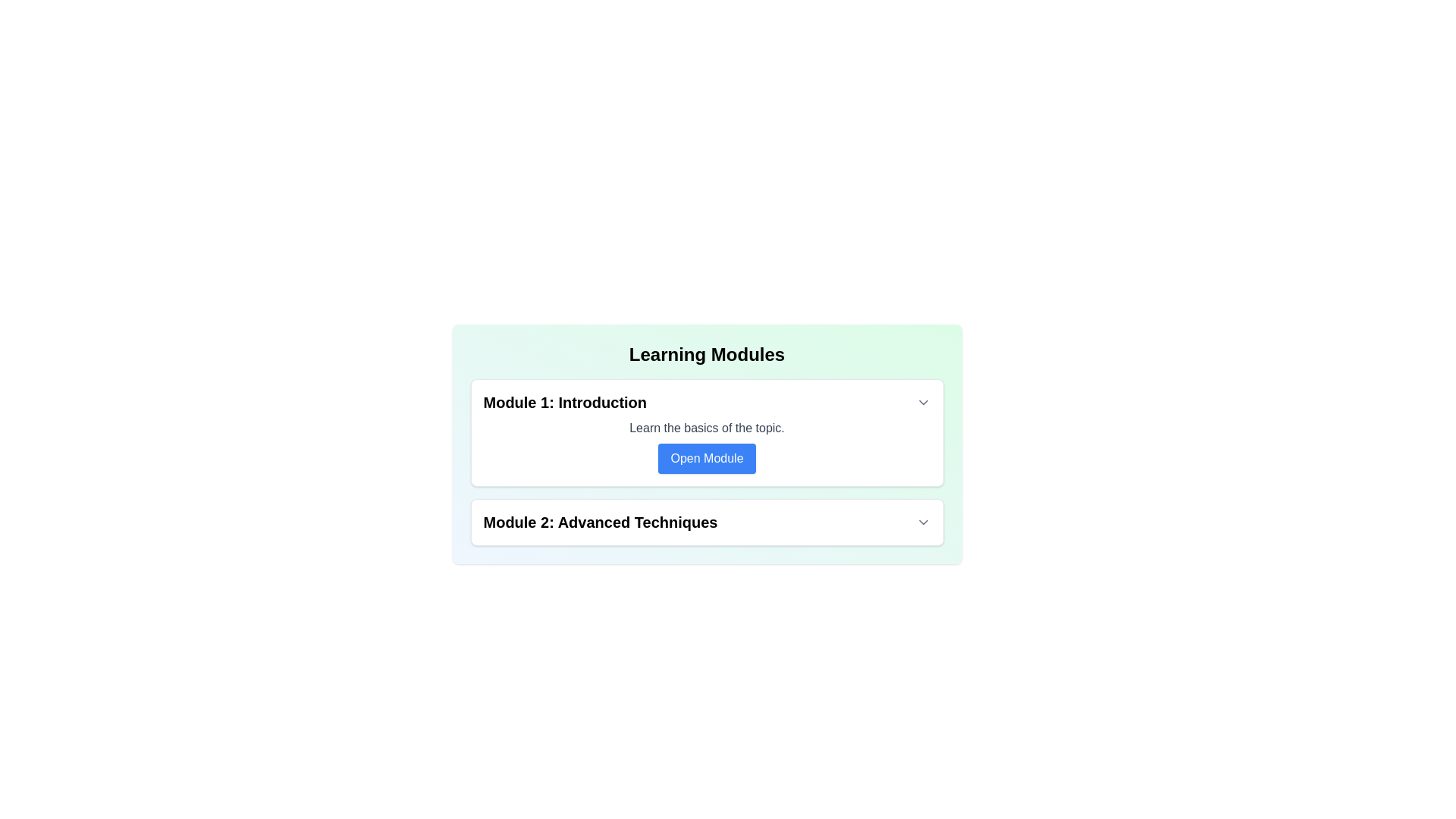 The image size is (1456, 819). What do you see at coordinates (922, 522) in the screenshot?
I see `the chevron-down icon button located at the rightmost end of the header for 'Module 2: Advanced Techniques' to change its appearance` at bounding box center [922, 522].